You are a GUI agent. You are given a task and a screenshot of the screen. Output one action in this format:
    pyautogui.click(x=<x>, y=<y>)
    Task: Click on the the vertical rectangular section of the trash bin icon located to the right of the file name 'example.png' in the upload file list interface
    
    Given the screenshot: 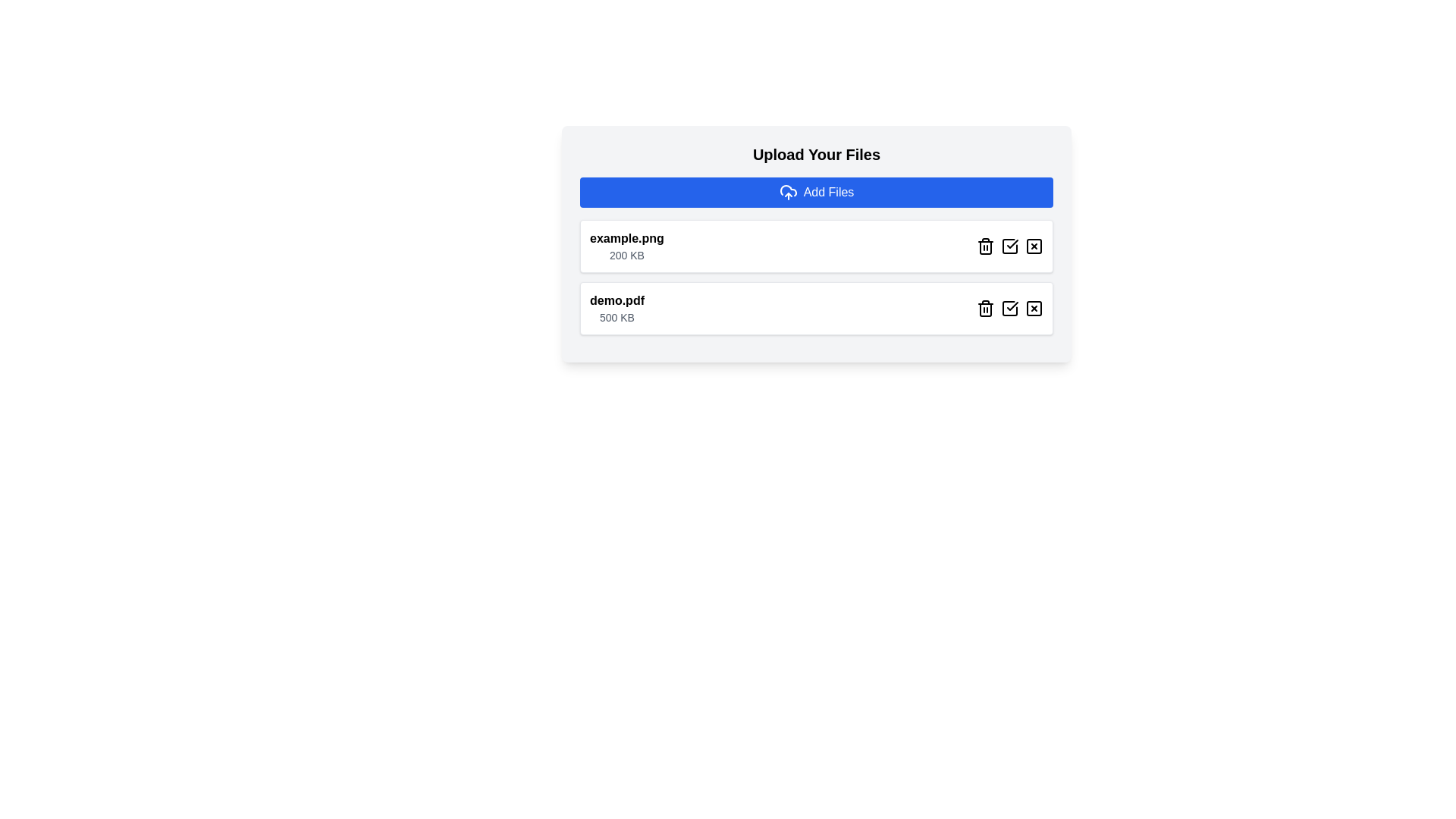 What is the action you would take?
    pyautogui.click(x=986, y=247)
    